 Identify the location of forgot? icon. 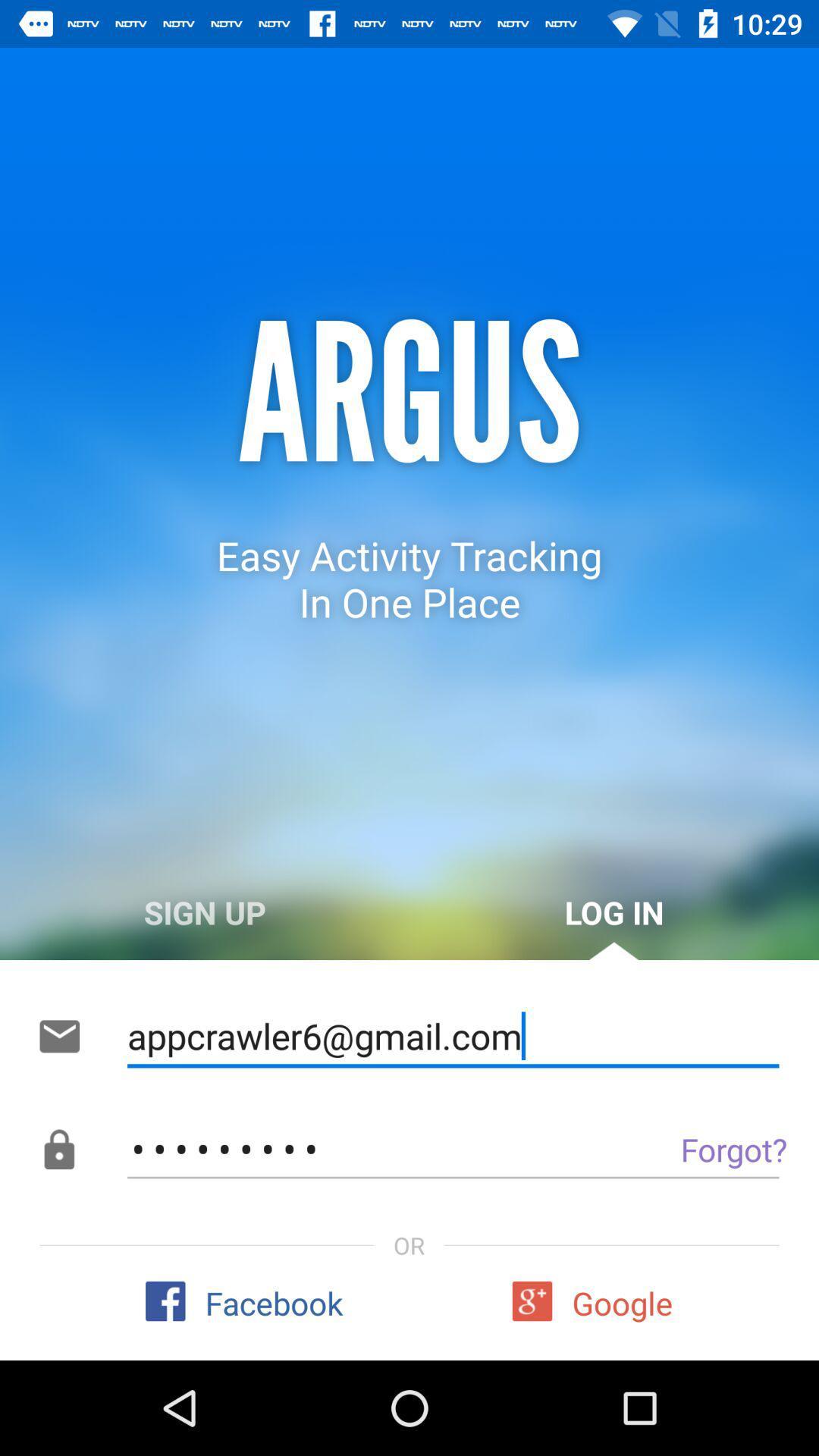
(699, 1149).